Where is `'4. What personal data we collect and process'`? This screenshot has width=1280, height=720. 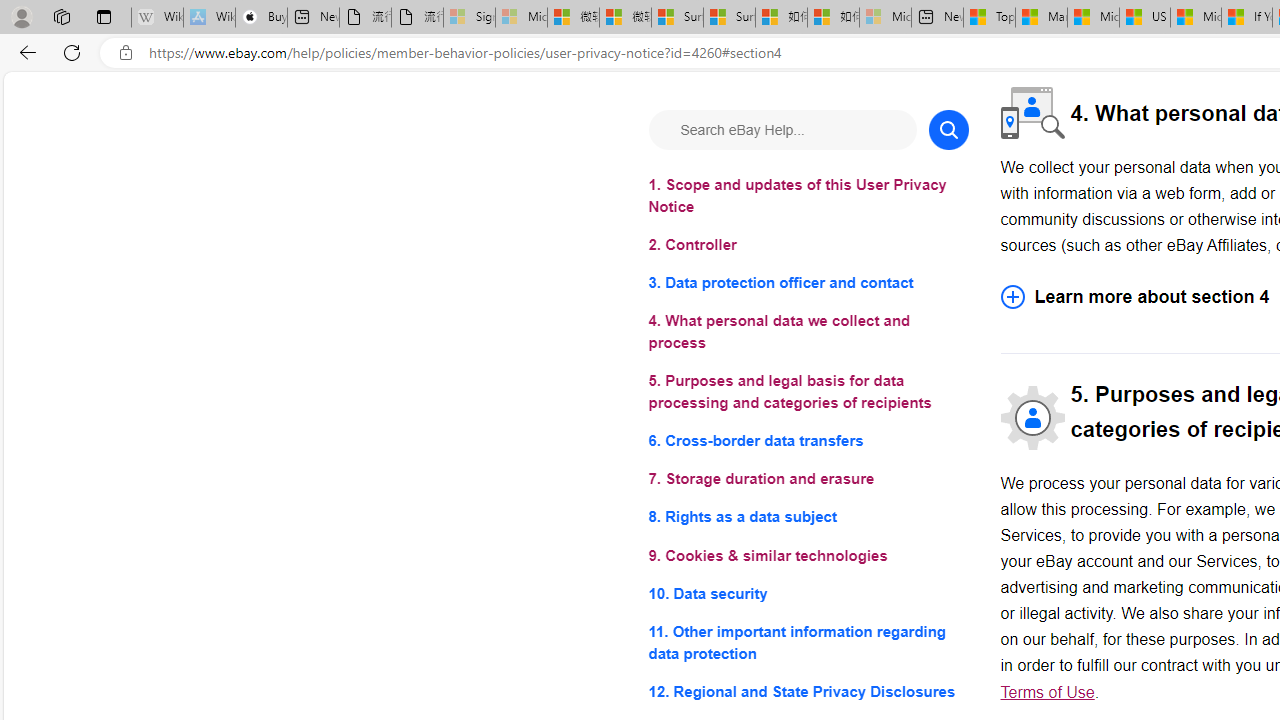
'4. What personal data we collect and process' is located at coordinates (808, 331).